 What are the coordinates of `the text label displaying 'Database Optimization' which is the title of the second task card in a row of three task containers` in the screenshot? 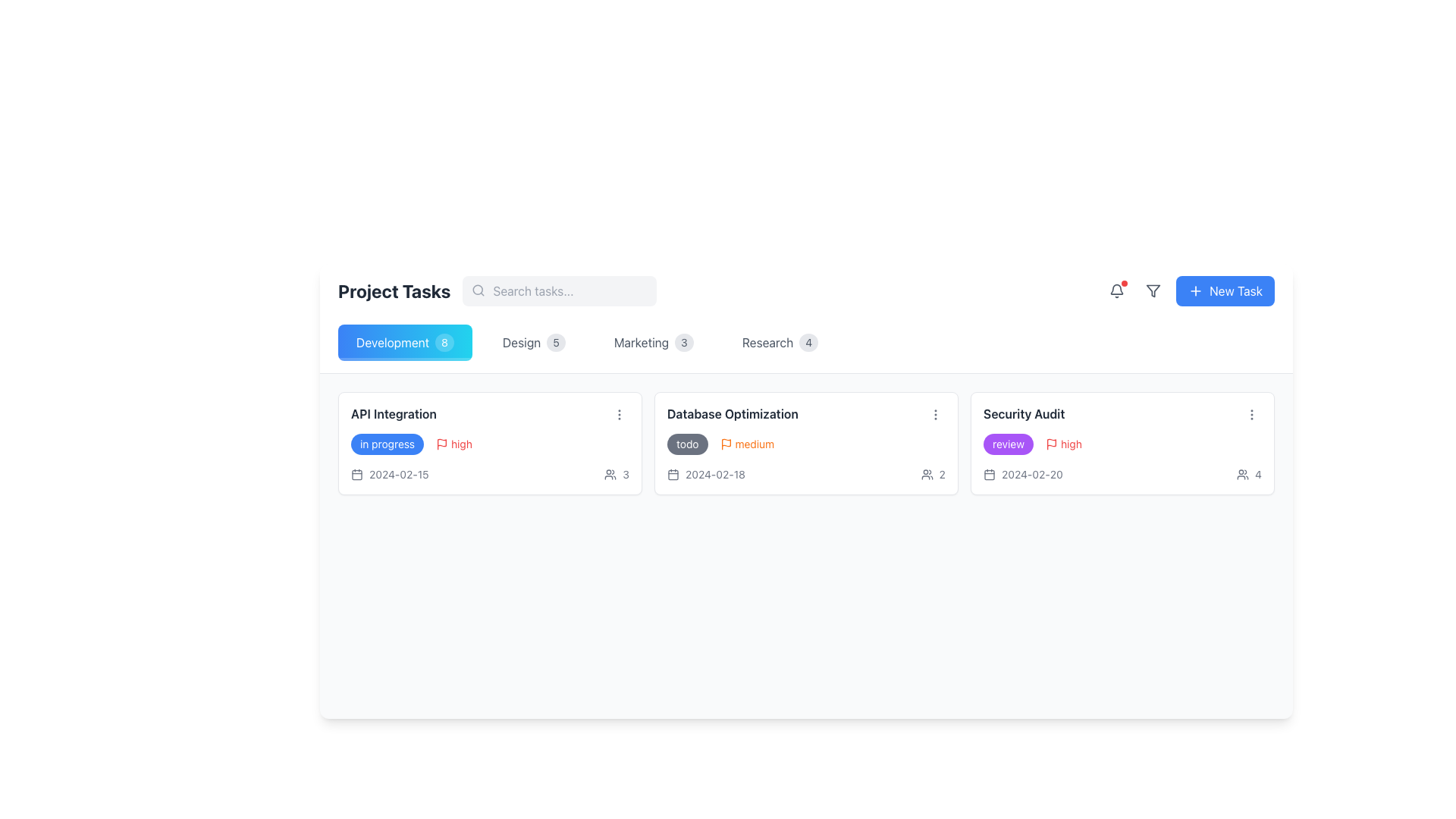 It's located at (733, 414).